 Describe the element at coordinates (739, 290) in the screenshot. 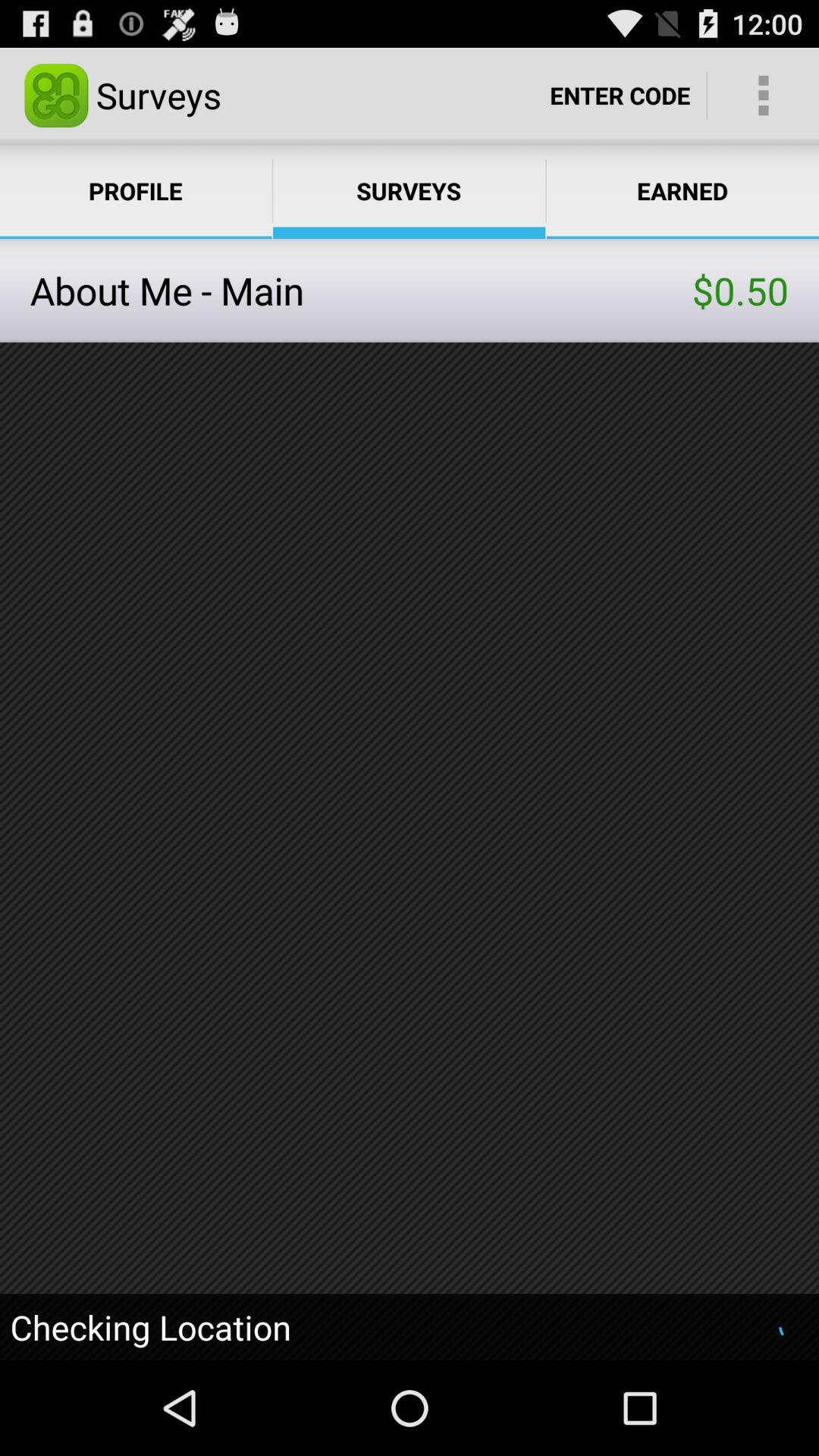

I see `the $0.50 icon` at that location.